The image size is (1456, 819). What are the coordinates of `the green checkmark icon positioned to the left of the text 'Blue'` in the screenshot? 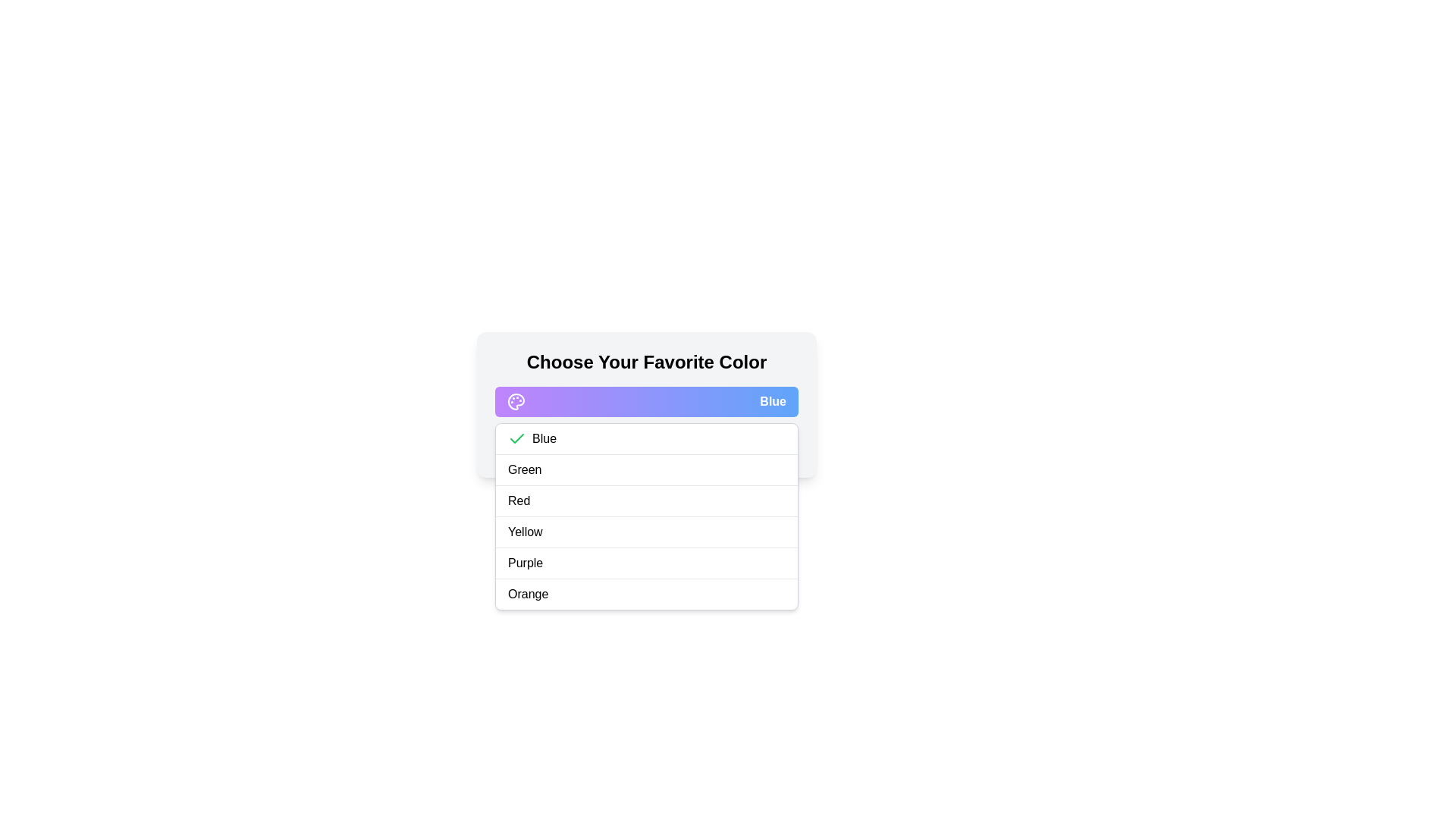 It's located at (516, 438).